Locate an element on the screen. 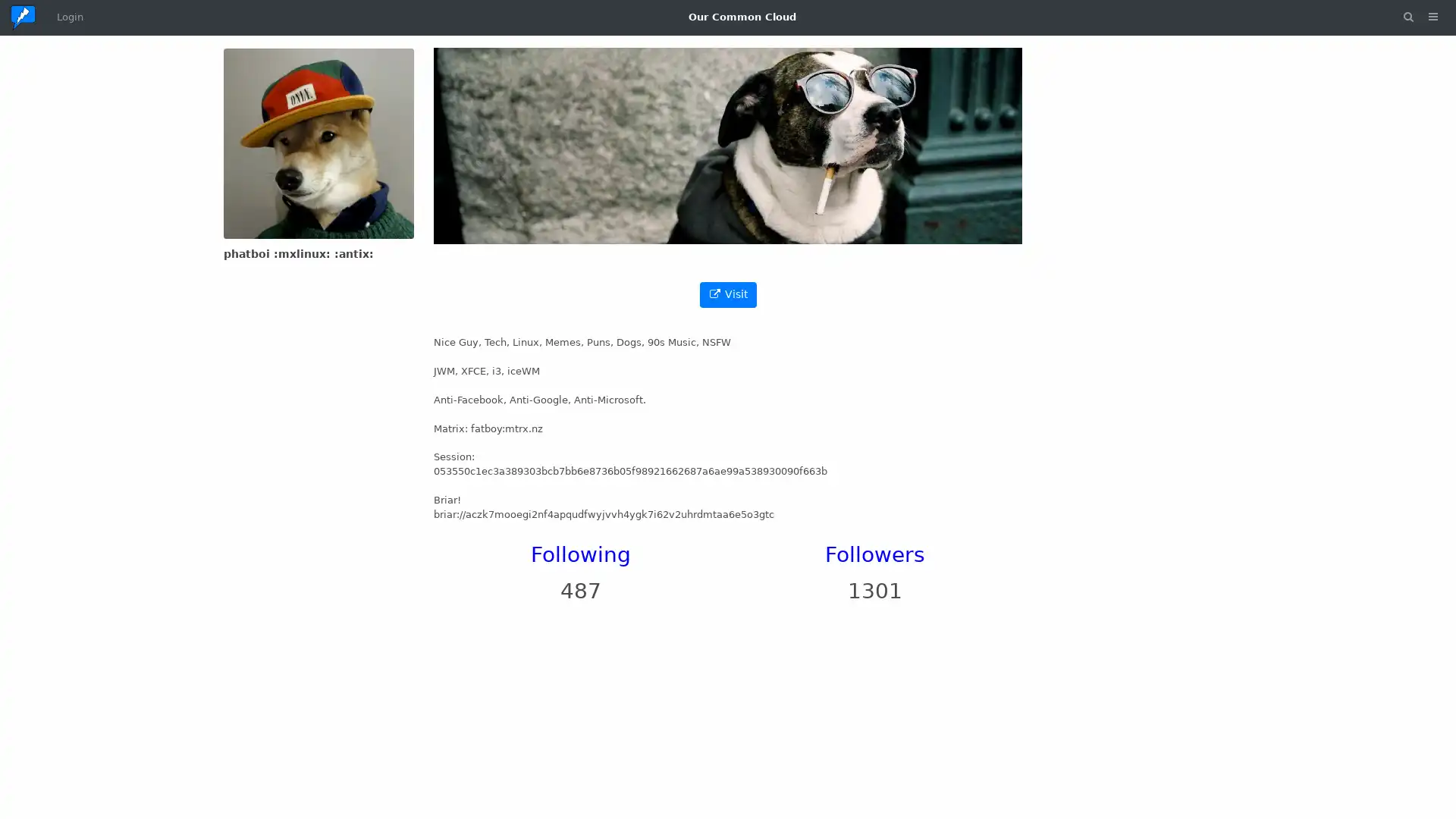 This screenshot has height=819, width=1456. Visit is located at coordinates (726, 294).